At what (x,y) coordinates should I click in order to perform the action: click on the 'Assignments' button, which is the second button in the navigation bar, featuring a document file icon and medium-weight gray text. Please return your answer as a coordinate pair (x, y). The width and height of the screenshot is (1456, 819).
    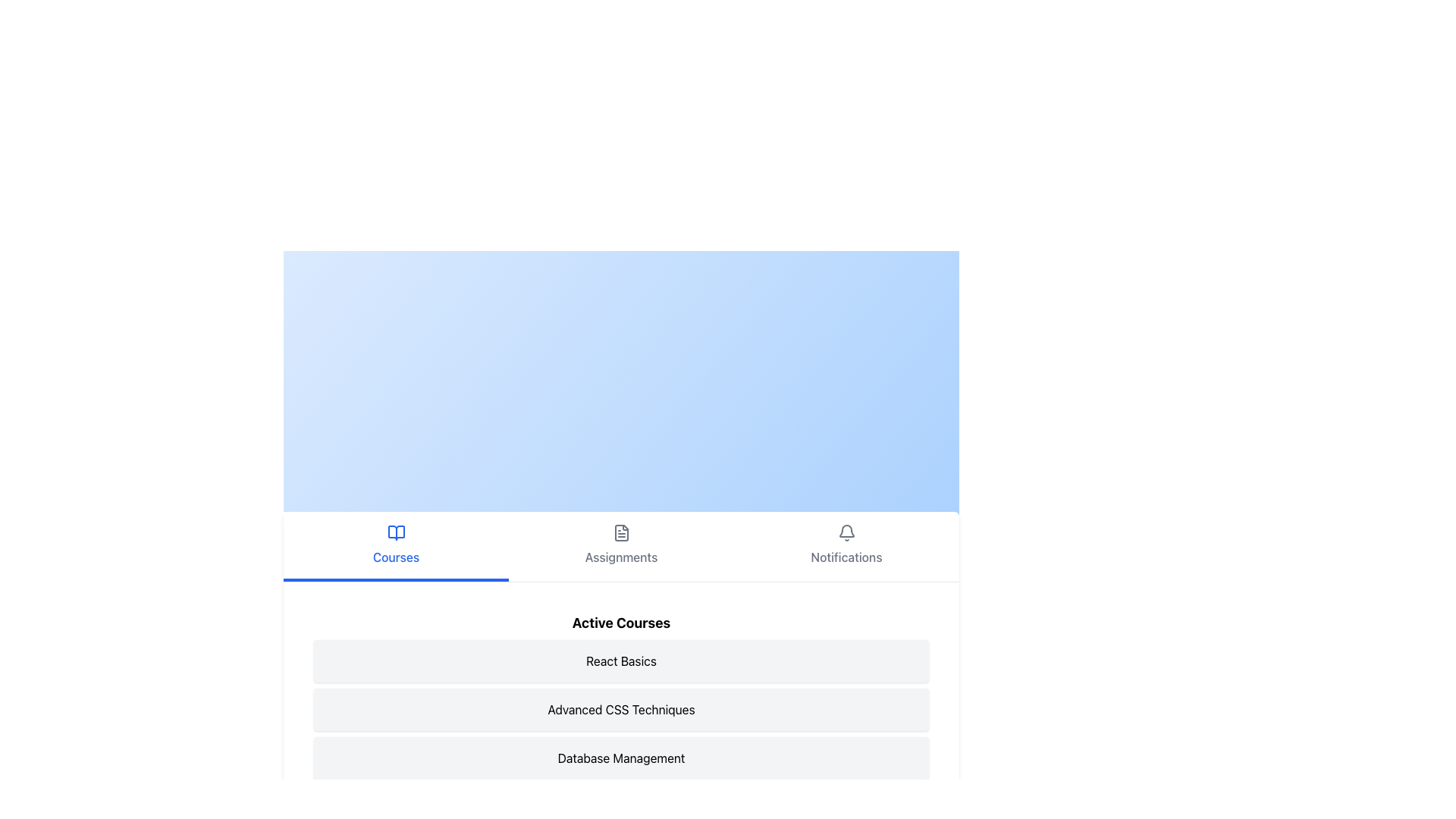
    Looking at the image, I should click on (621, 546).